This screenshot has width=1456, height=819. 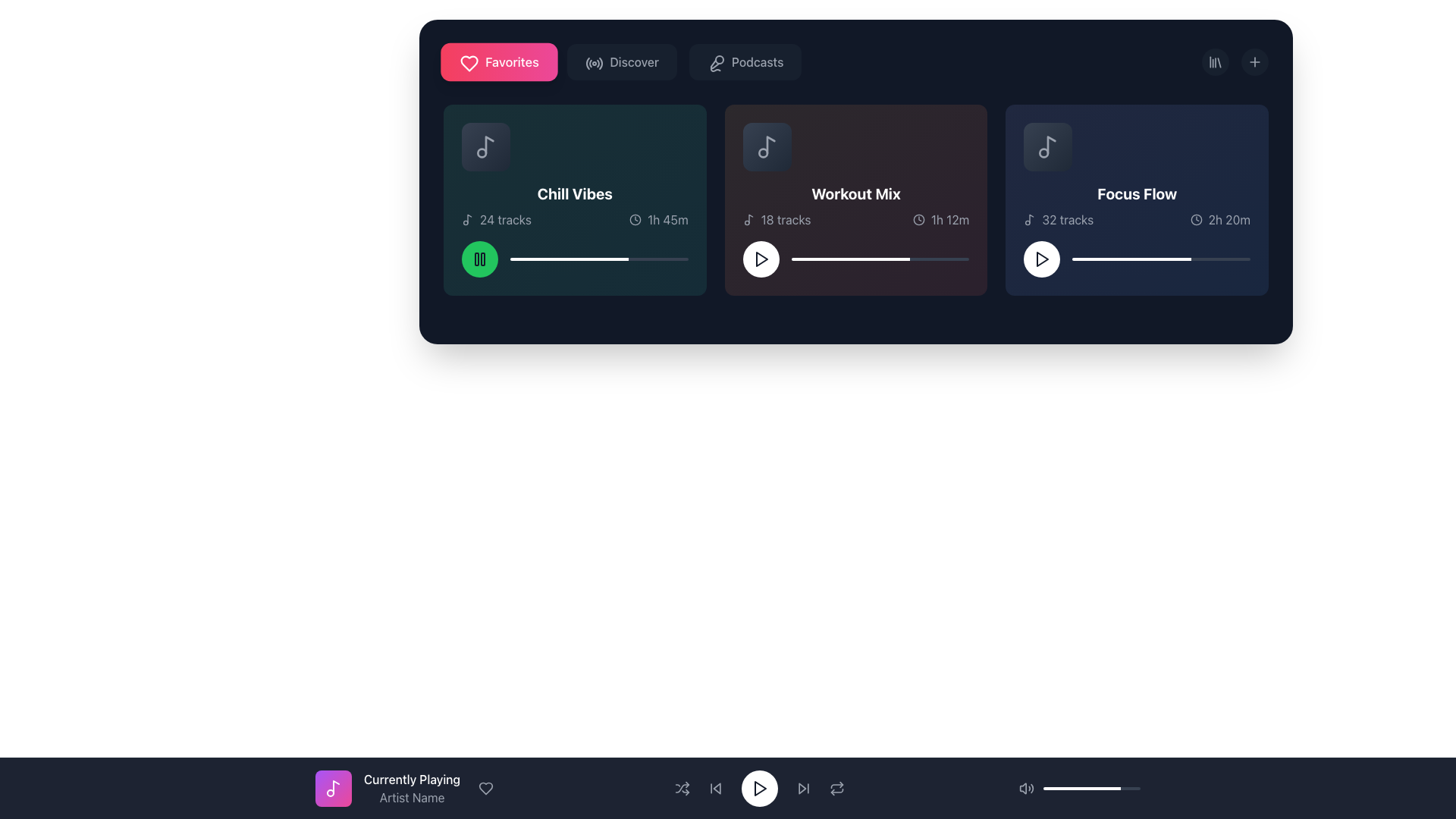 I want to click on the music content icon associated with the 'Focus Flow' music card located in the third column of the music cards area, positioned near the top-left corner of the card, so click(x=1047, y=146).